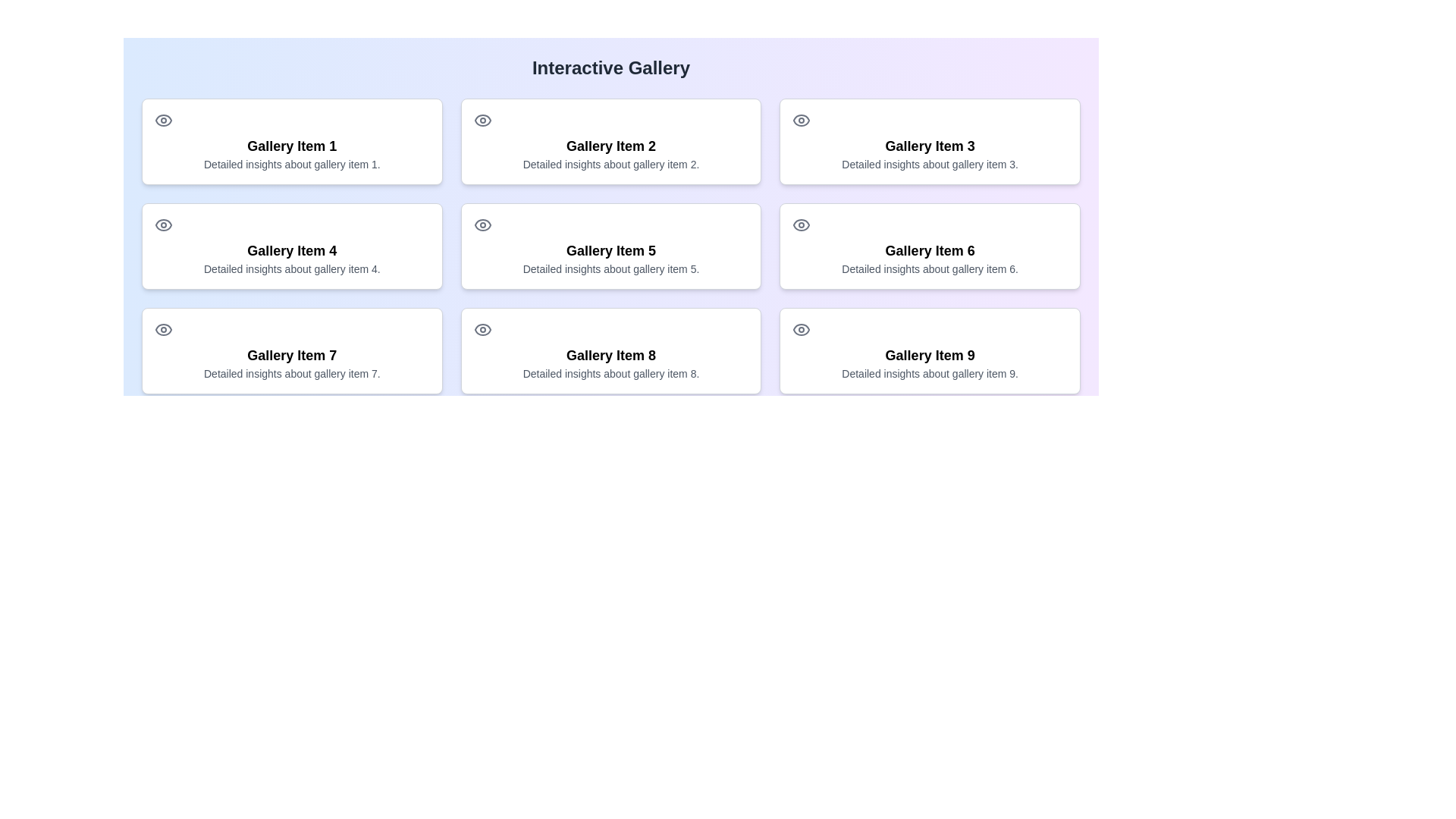 The image size is (1456, 819). What do you see at coordinates (482, 225) in the screenshot?
I see `the eye-shaped SVG icon at the top-left corner of the card labeled 'Gallery Item 5'` at bounding box center [482, 225].